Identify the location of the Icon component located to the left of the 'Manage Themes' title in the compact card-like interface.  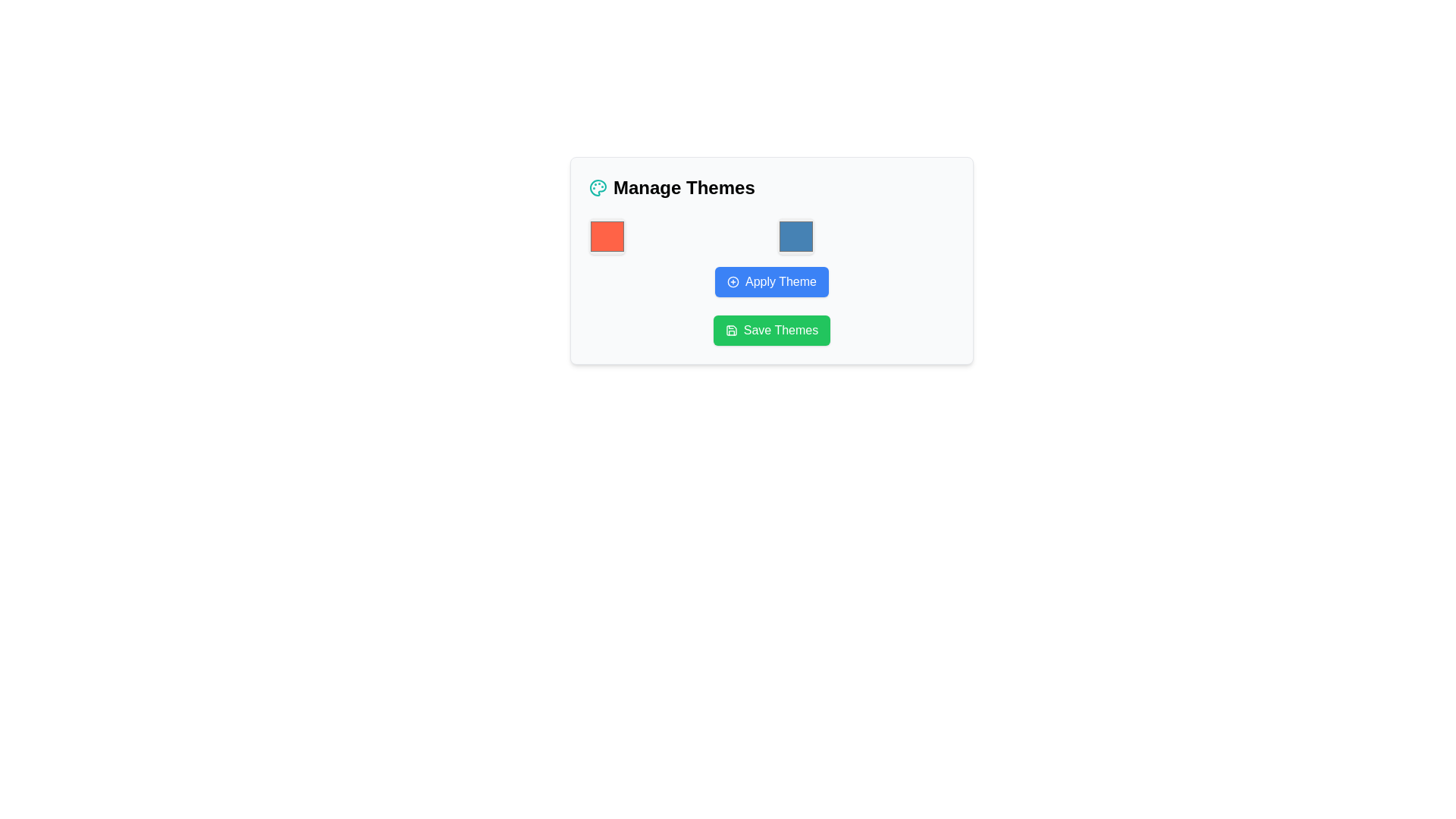
(597, 187).